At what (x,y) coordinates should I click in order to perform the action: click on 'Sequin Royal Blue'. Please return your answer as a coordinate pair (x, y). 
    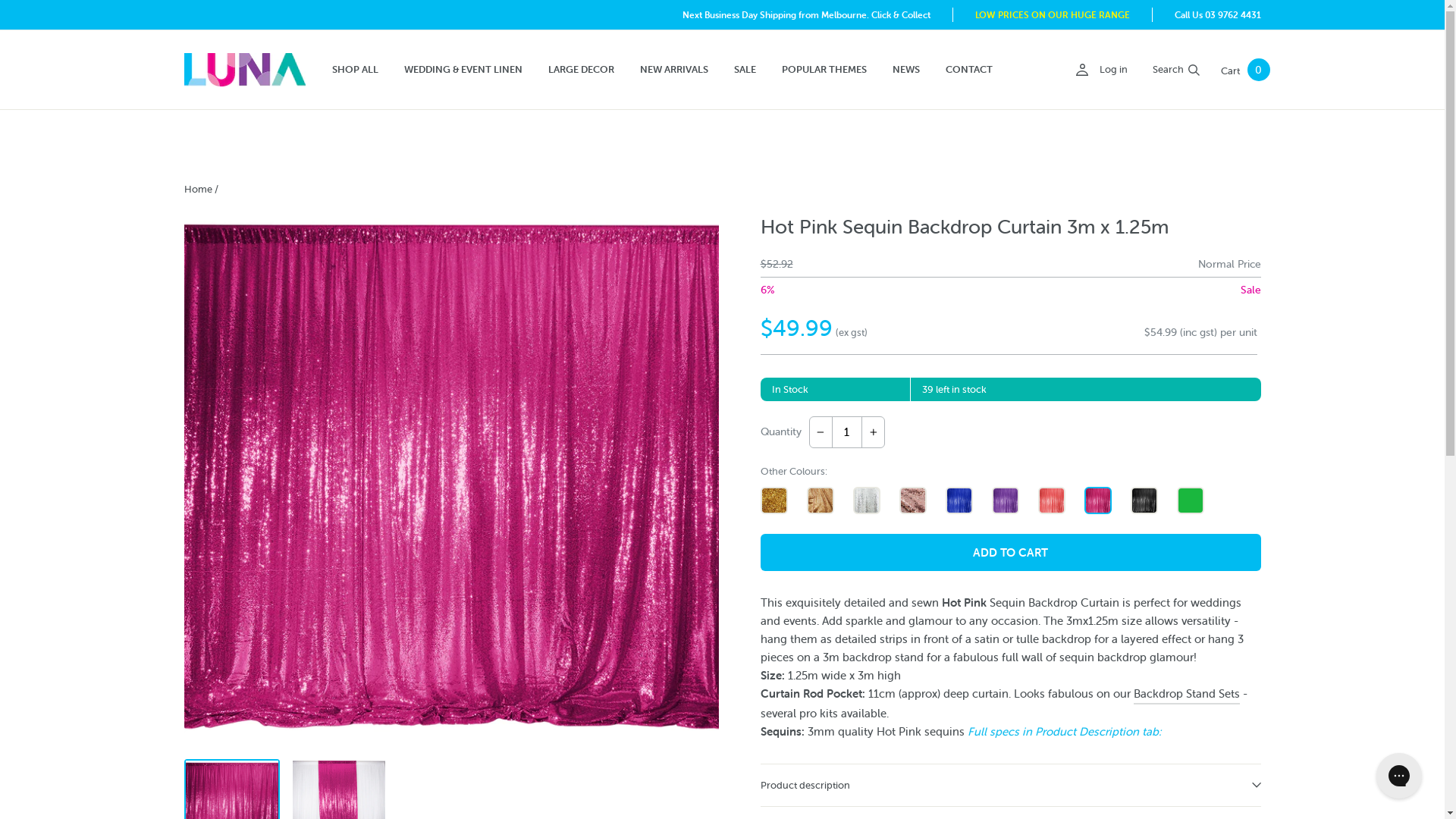
    Looking at the image, I should click on (957, 500).